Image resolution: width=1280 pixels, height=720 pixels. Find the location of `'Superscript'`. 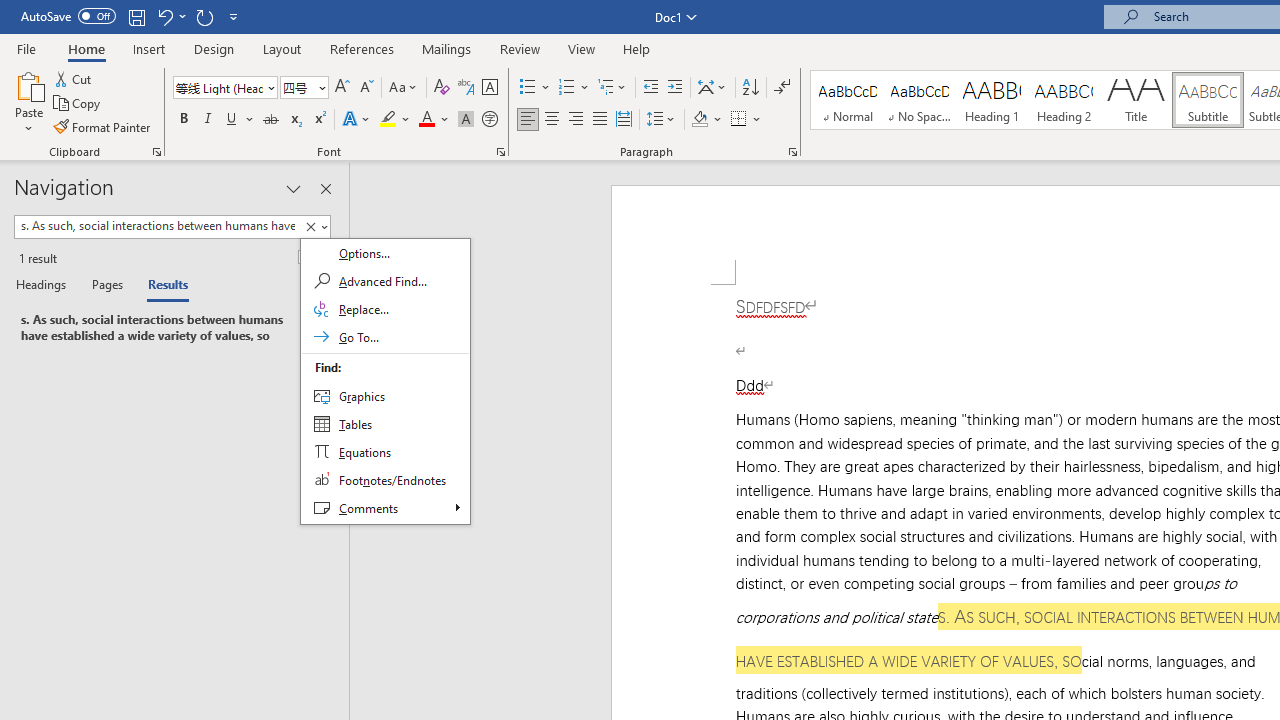

'Superscript' is located at coordinates (318, 119).